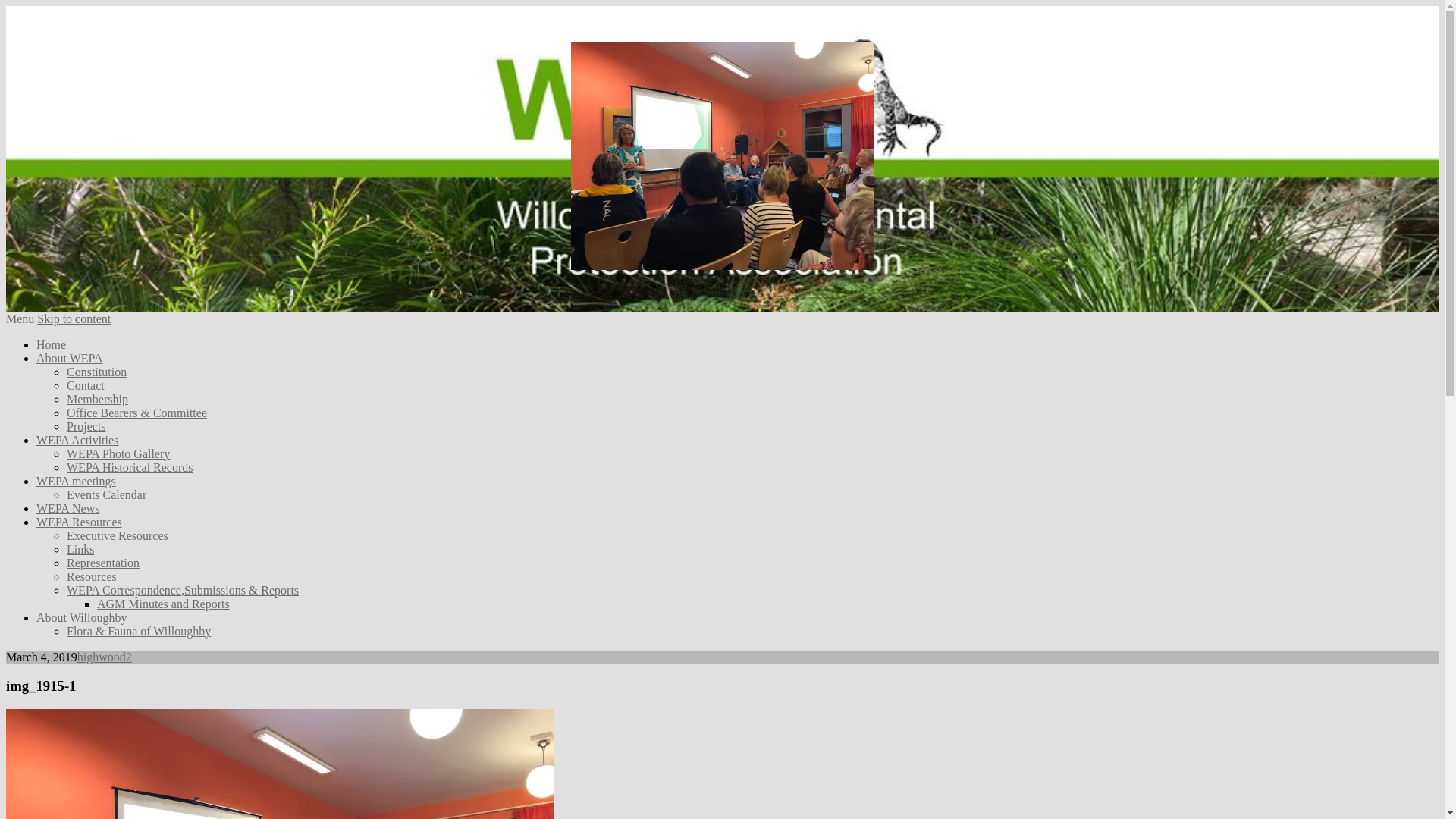 This screenshot has height=819, width=1456. What do you see at coordinates (20, 318) in the screenshot?
I see `'Menu'` at bounding box center [20, 318].